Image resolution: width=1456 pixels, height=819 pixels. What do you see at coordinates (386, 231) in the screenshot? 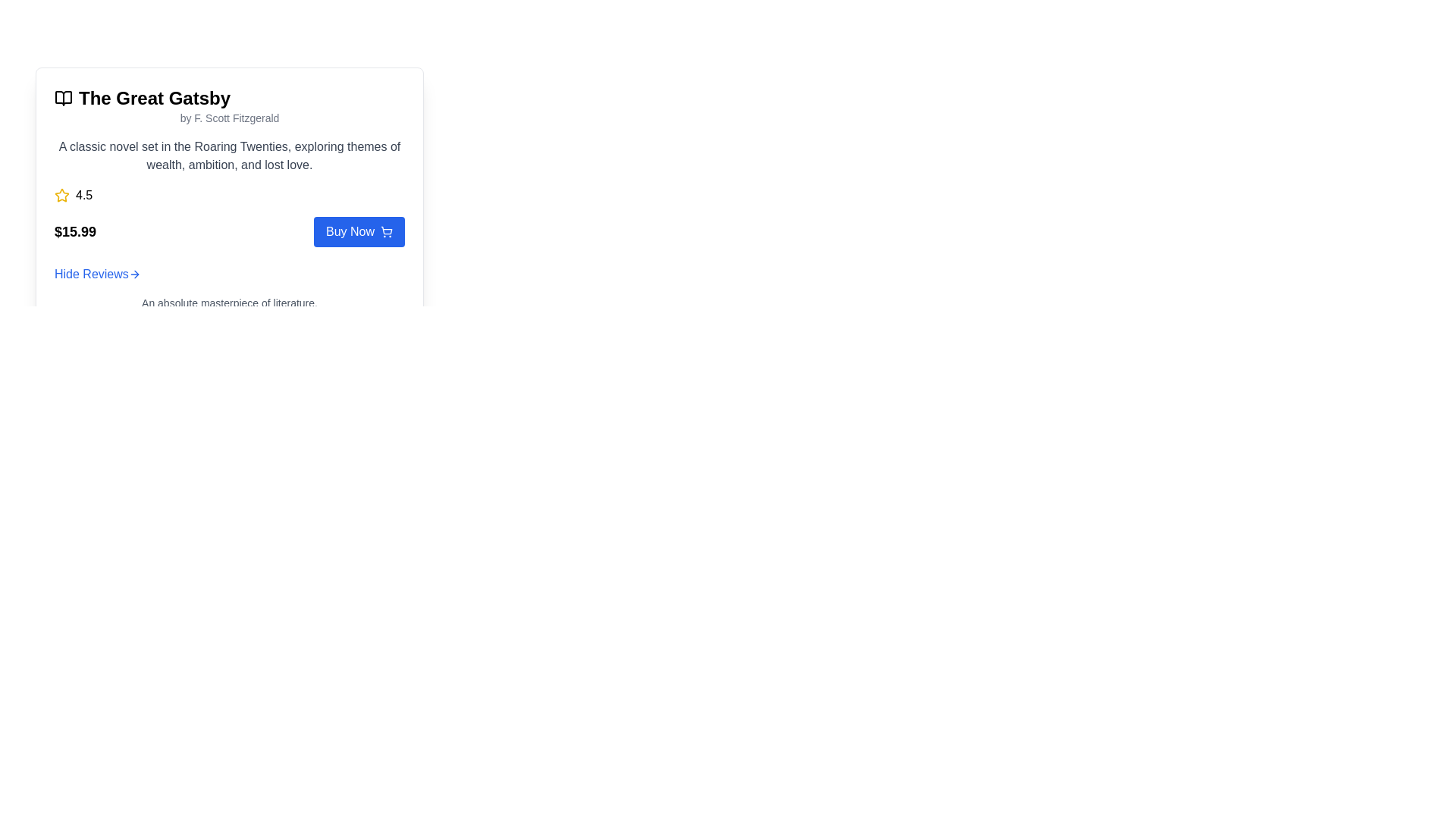
I see `the shopping cart icon within the 'Buy Now' button for accessibility purposes` at bounding box center [386, 231].